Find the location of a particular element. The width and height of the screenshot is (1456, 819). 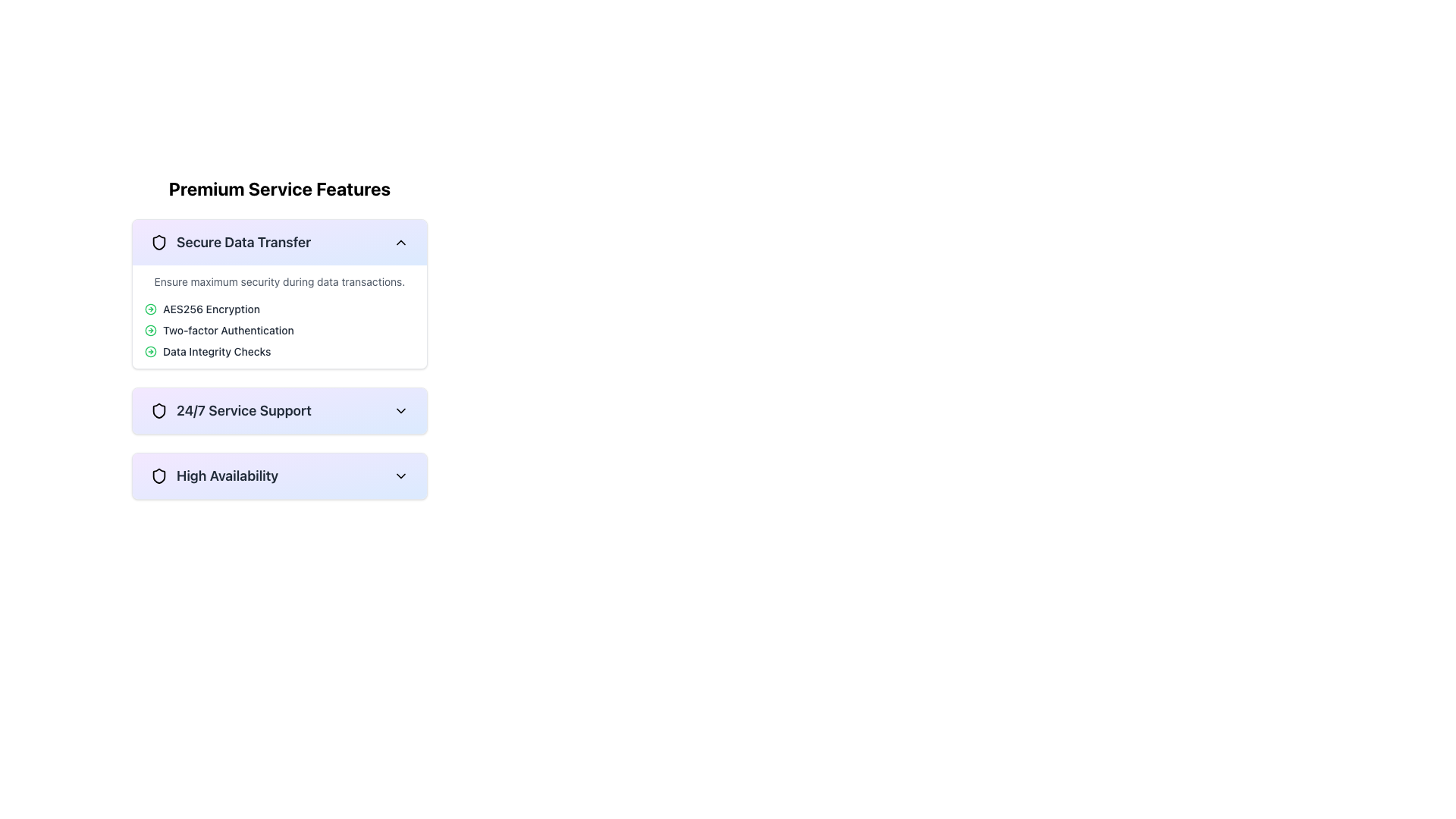

the label with the shield icon and the text 'High Availability', which is located in the third row of premium service features with a gradient background is located at coordinates (214, 475).